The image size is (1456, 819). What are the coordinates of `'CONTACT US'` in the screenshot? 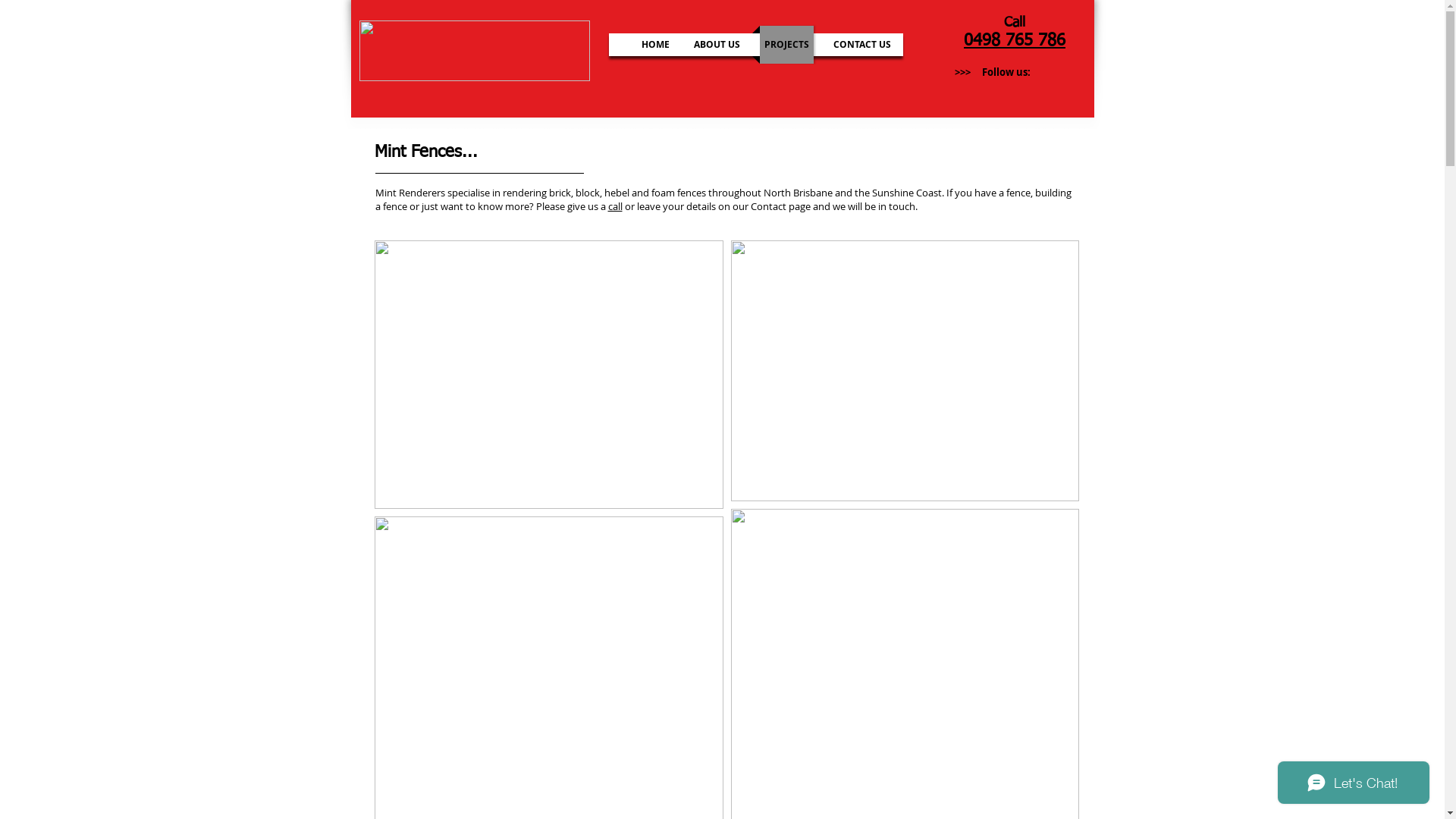 It's located at (861, 43).